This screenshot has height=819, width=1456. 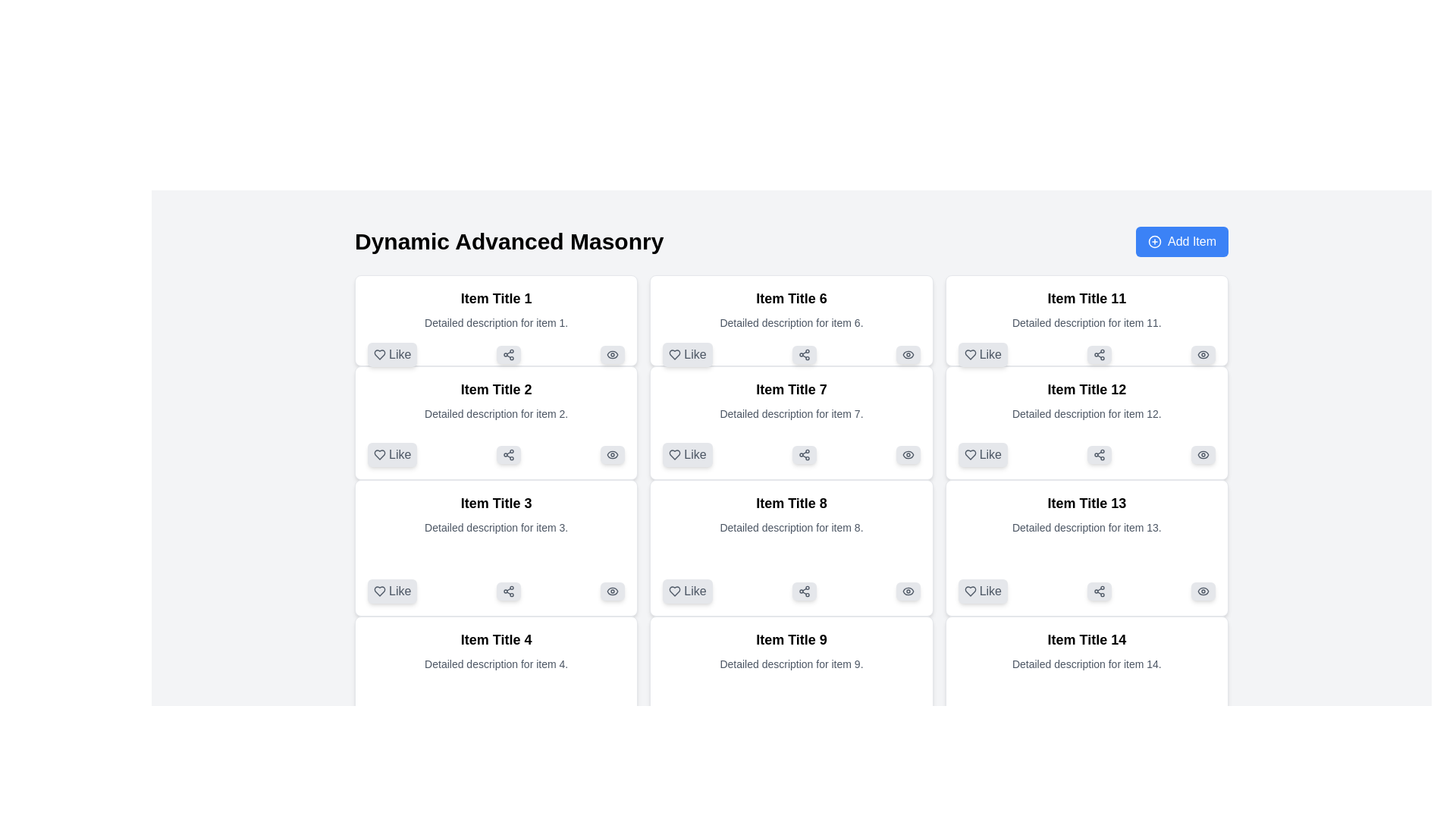 I want to click on the 'Share' button on the interactive card located in the third column and fifth row of the grid layout, positioned below 'Item Title 12' and above 'Item Title 14', so click(x=1086, y=548).